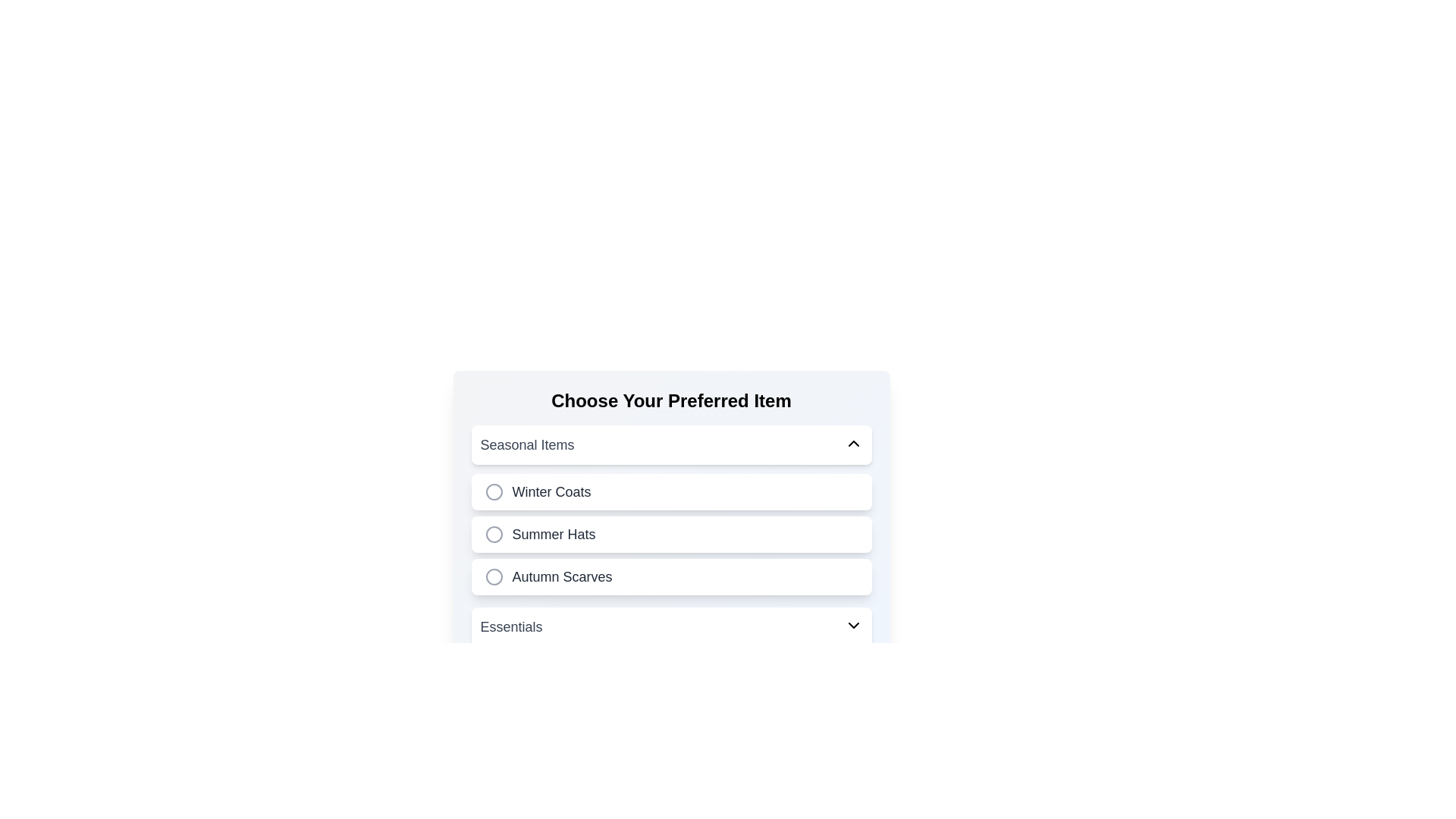 The width and height of the screenshot is (1456, 819). Describe the element at coordinates (494, 576) in the screenshot. I see `the radio button for the 'Autumn Scarves' option, which is a circular icon outlined in gray, positioned slightly to the left of its text label` at that location.